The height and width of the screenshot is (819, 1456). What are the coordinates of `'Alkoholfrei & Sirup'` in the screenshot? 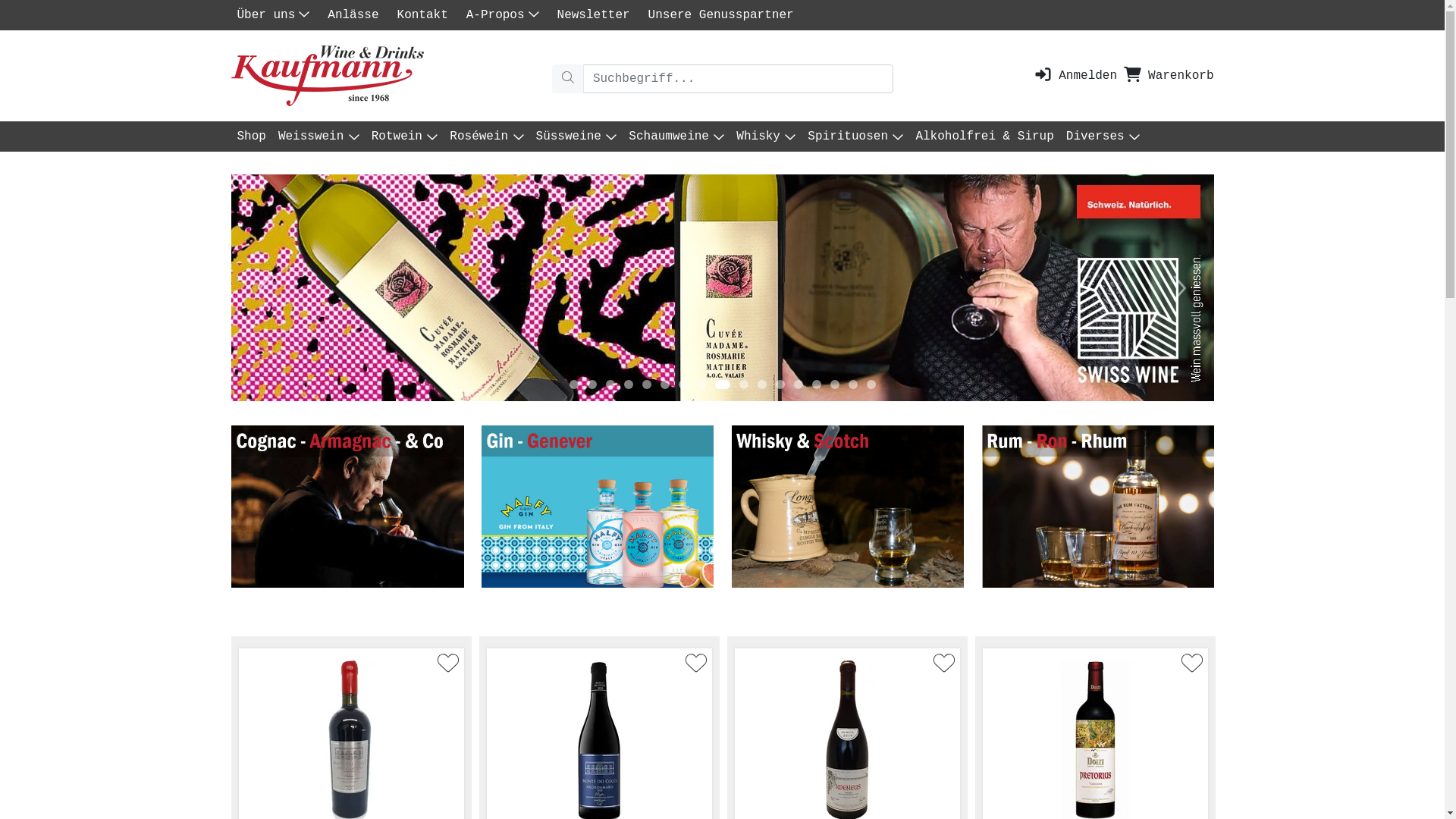 It's located at (984, 136).